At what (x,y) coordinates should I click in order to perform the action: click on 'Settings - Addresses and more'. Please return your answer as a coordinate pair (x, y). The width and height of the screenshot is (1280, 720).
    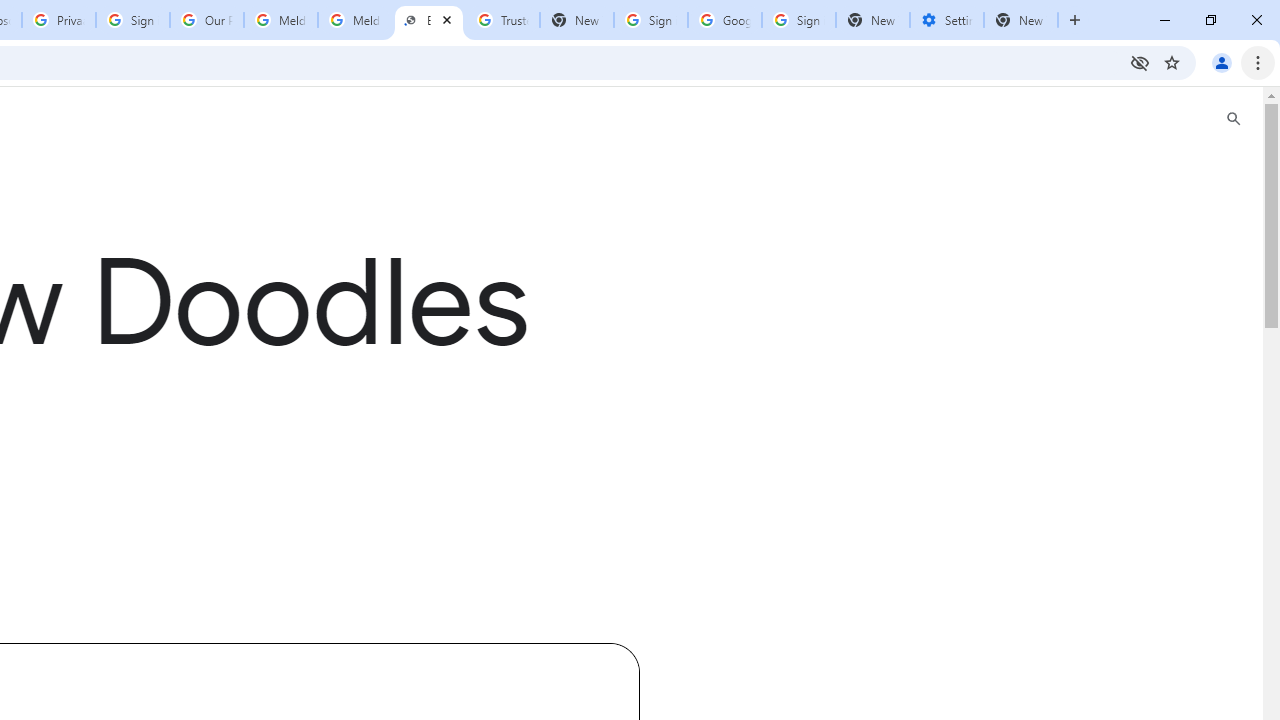
    Looking at the image, I should click on (946, 20).